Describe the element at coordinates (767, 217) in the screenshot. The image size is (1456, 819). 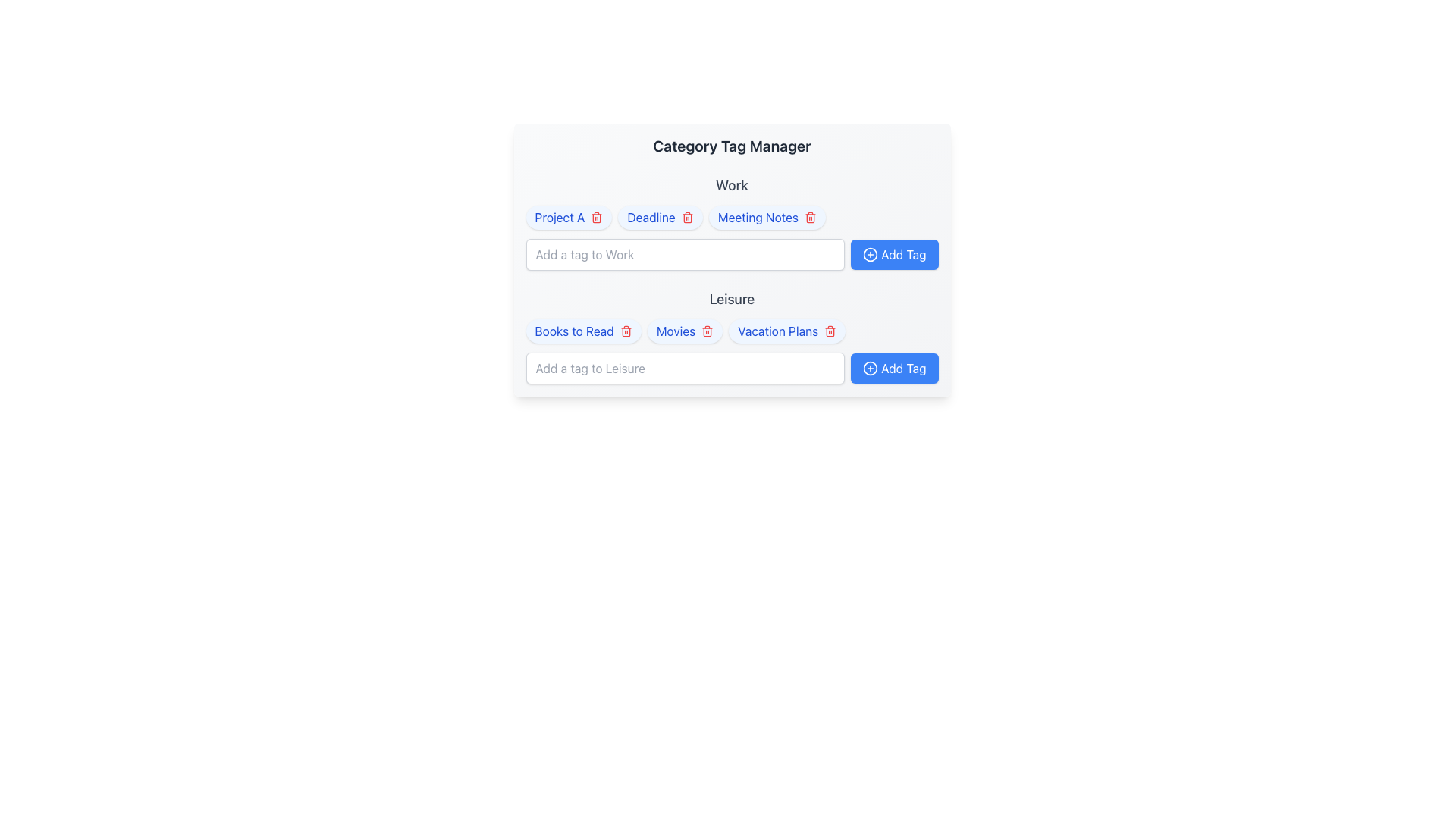
I see `the 'Meeting Notes' tag label, which is the third label in the horizontal list under the 'Work' category` at that location.